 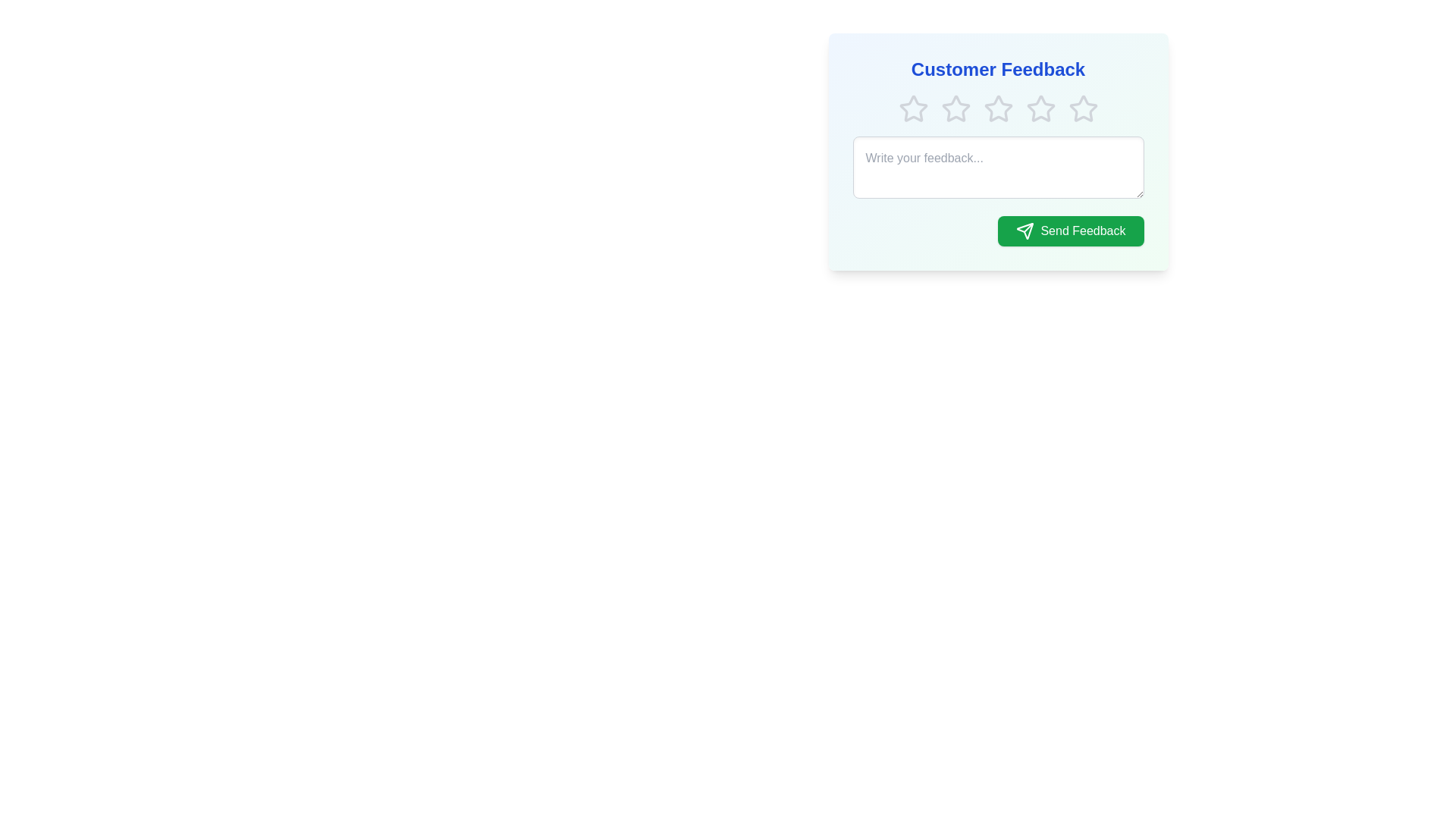 I want to click on the star corresponding to 1 stars to preview the rating, so click(x=912, y=108).